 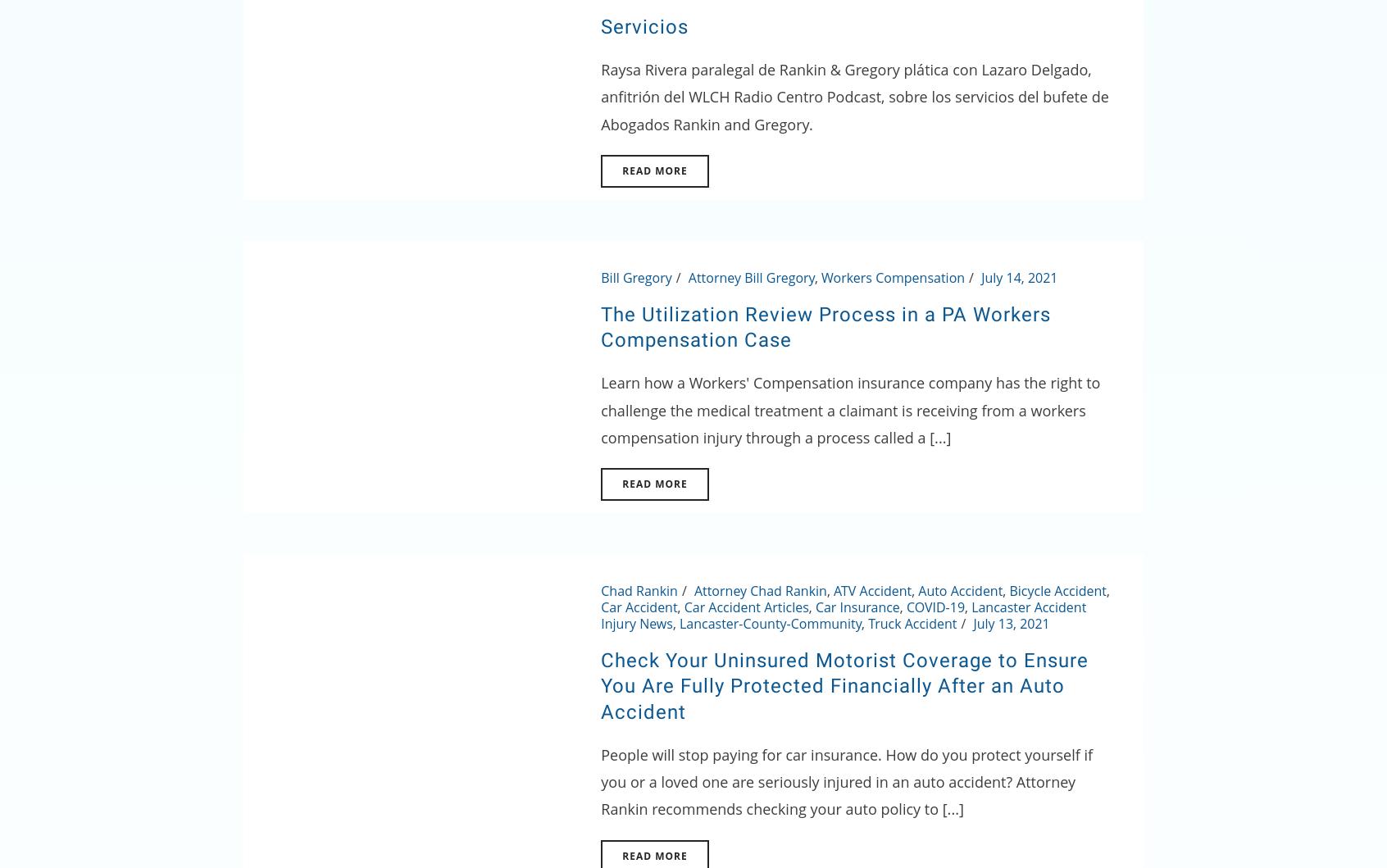 I want to click on 'Servicios', so click(x=644, y=25).